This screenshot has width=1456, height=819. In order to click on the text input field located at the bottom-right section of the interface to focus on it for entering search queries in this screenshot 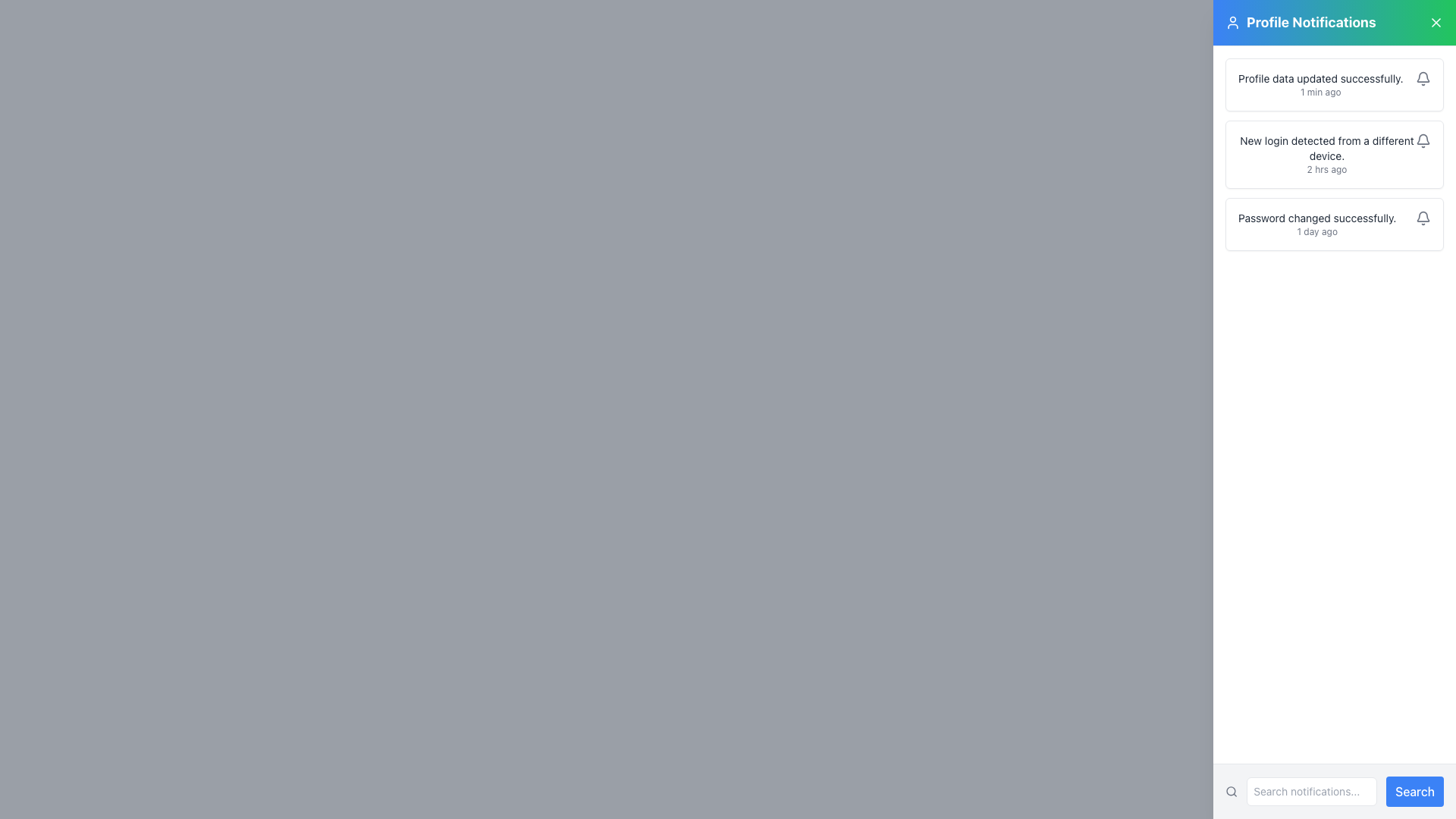, I will do `click(1311, 791)`.